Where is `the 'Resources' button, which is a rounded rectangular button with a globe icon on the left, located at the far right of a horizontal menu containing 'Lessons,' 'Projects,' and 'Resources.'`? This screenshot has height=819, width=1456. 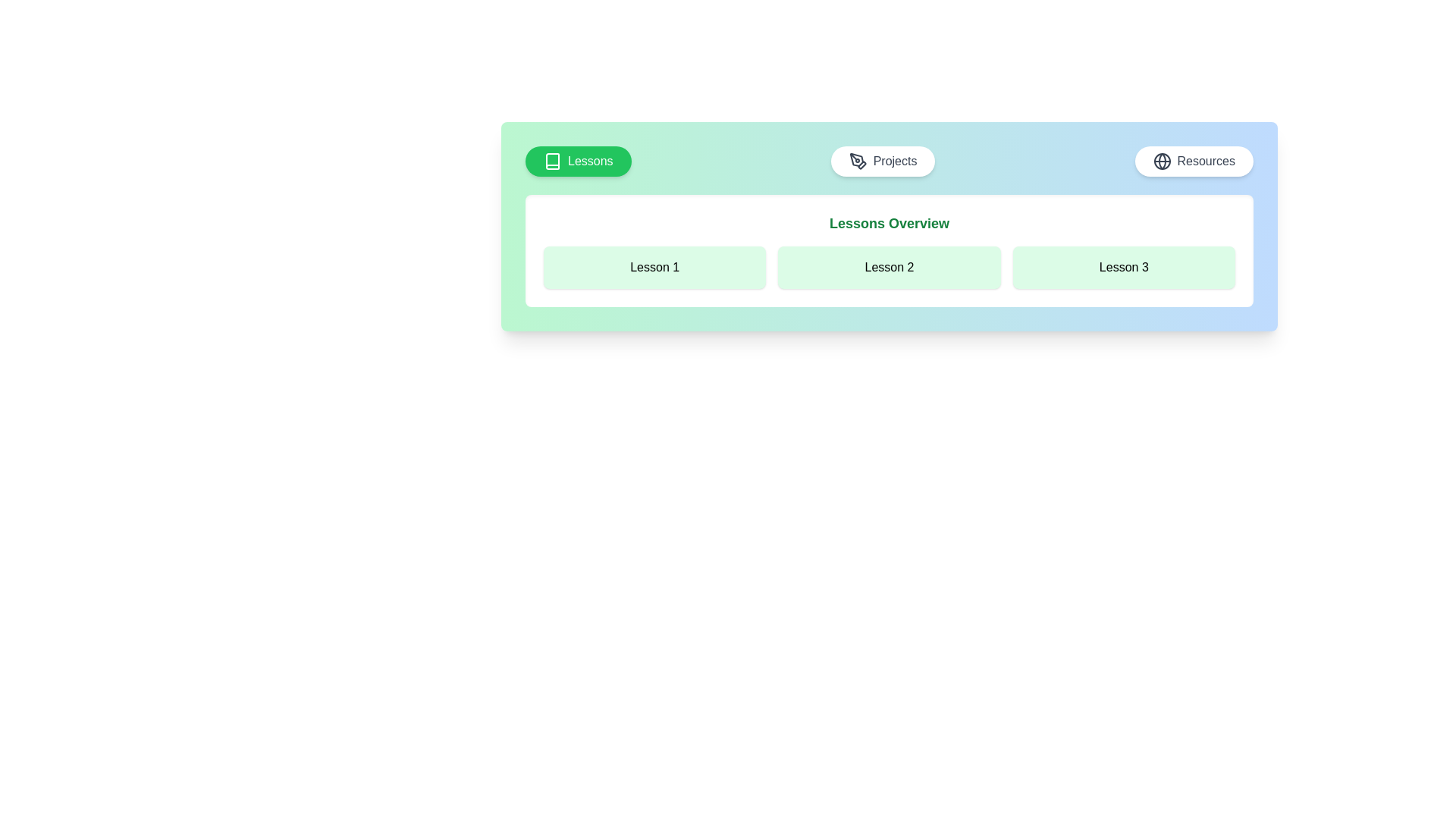
the 'Resources' button, which is a rounded rectangular button with a globe icon on the left, located at the far right of a horizontal menu containing 'Lessons,' 'Projects,' and 'Resources.' is located at coordinates (1193, 161).